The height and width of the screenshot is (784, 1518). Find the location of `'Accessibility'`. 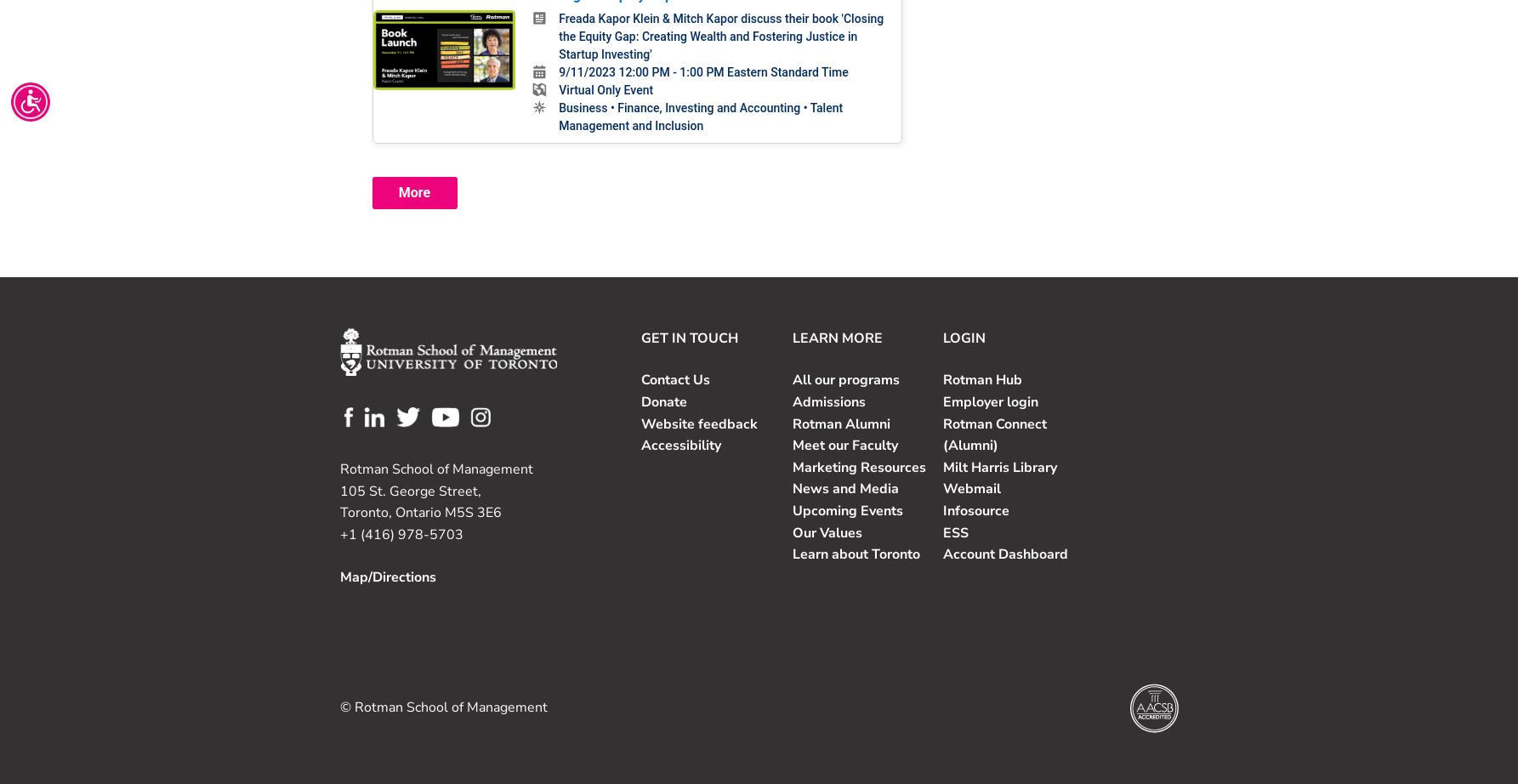

'Accessibility' is located at coordinates (640, 445).